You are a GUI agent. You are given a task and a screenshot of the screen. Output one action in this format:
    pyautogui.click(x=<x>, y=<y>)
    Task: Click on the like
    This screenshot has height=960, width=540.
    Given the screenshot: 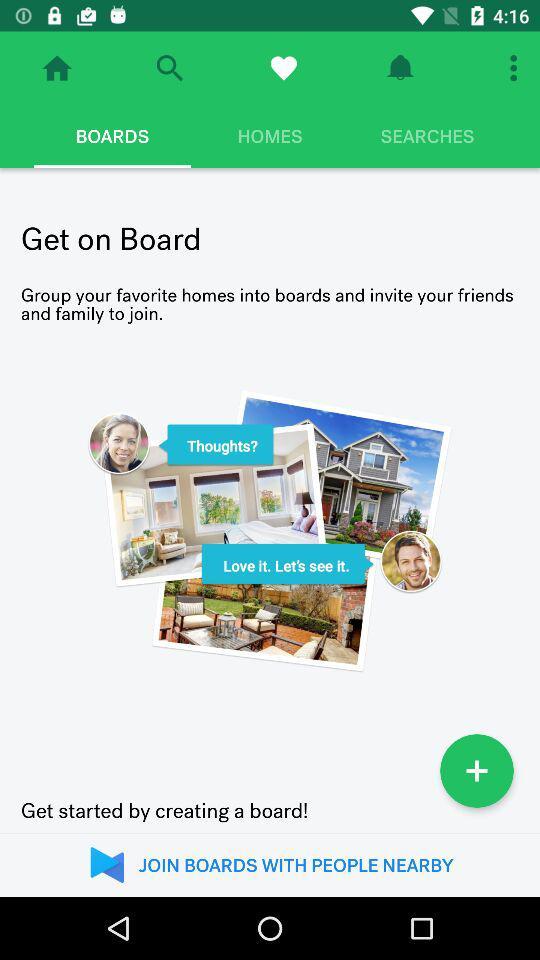 What is the action you would take?
    pyautogui.click(x=282, y=68)
    